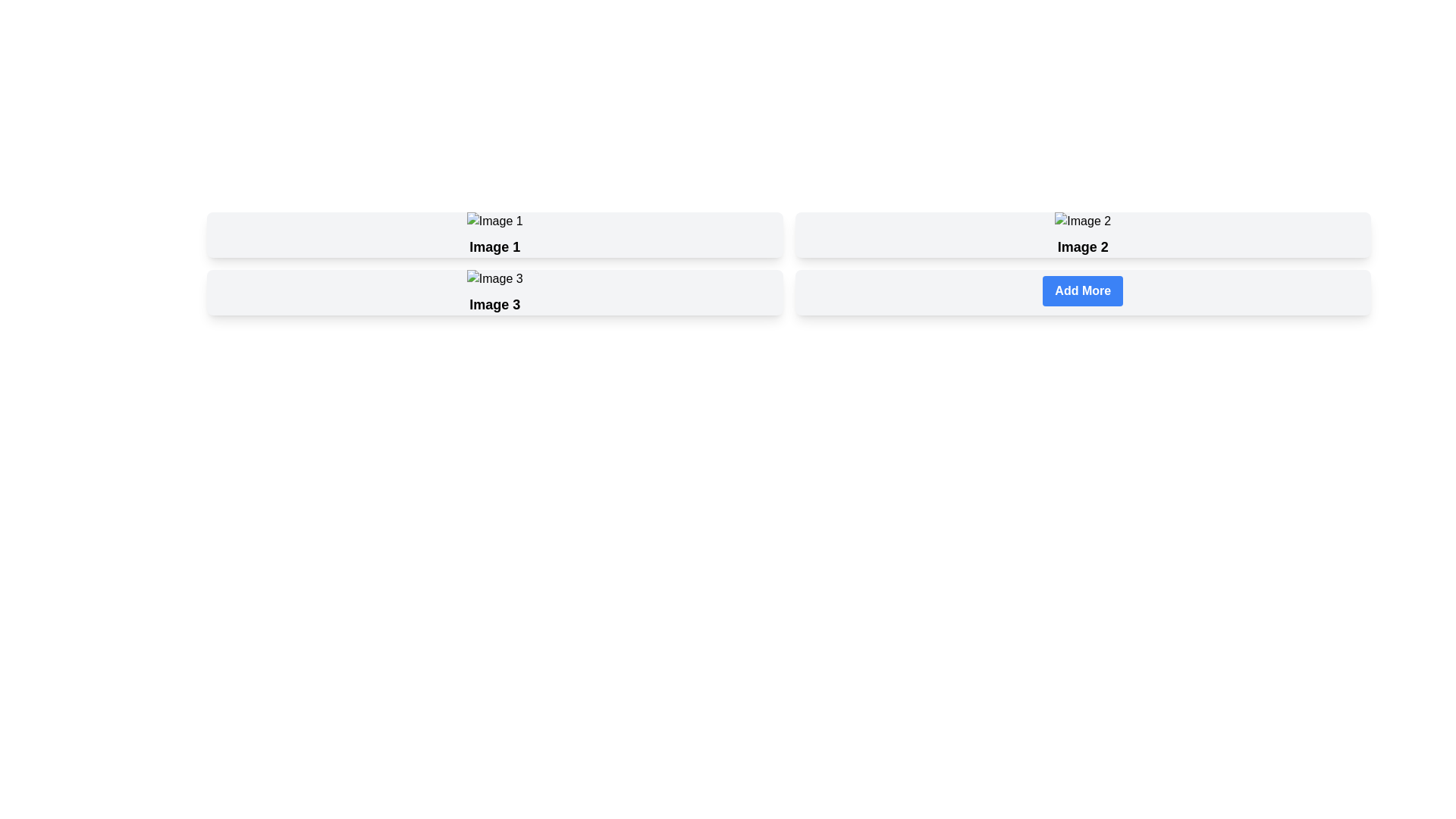 The image size is (1456, 819). Describe the element at coordinates (1082, 234) in the screenshot. I see `the Content card or tile with a light gray background labeled 'Image 2', which is the second item in the grid's first row` at that location.